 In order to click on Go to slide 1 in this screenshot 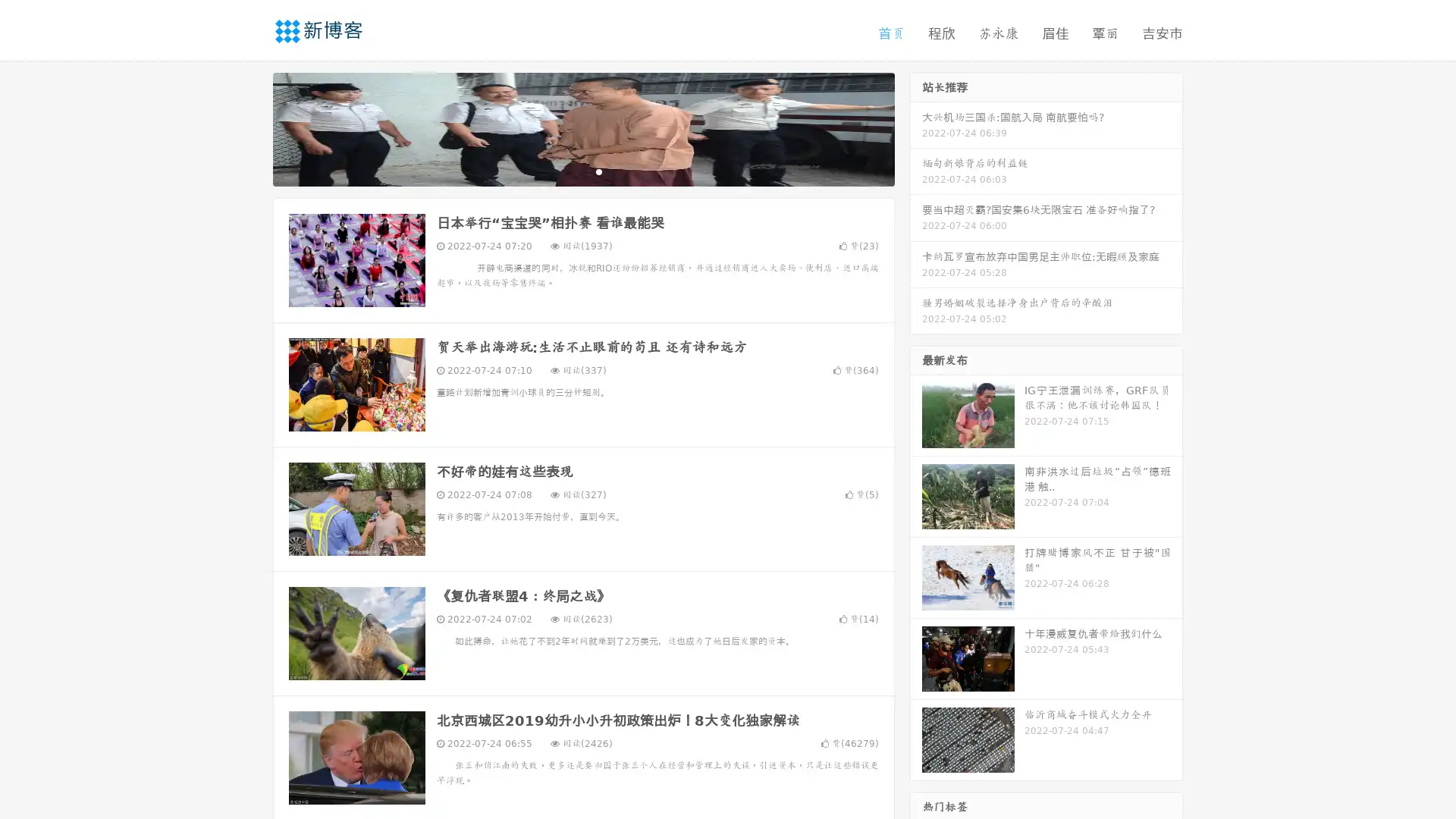, I will do `click(567, 171)`.